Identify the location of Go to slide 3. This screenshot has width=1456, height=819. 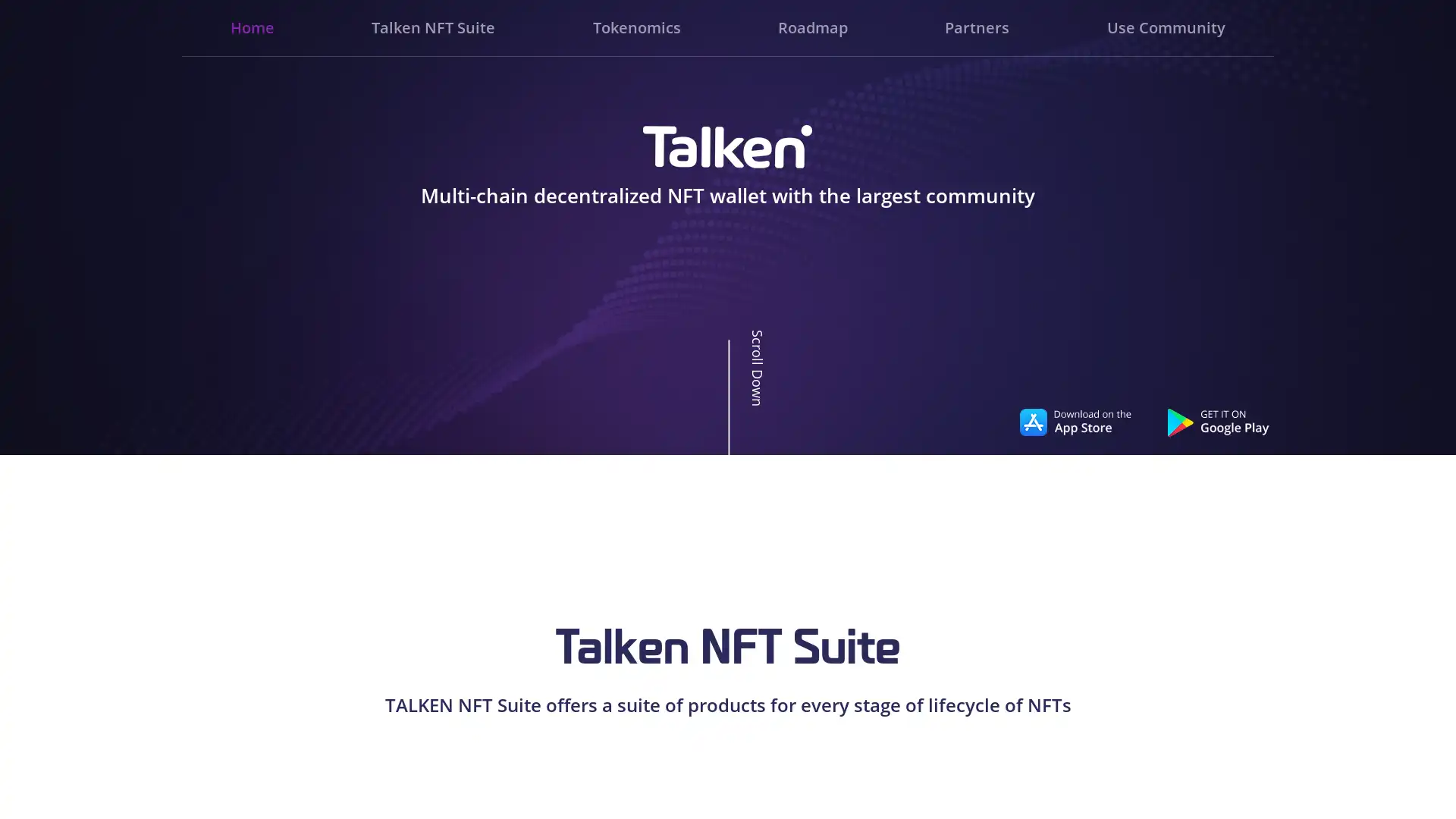
(250, 643).